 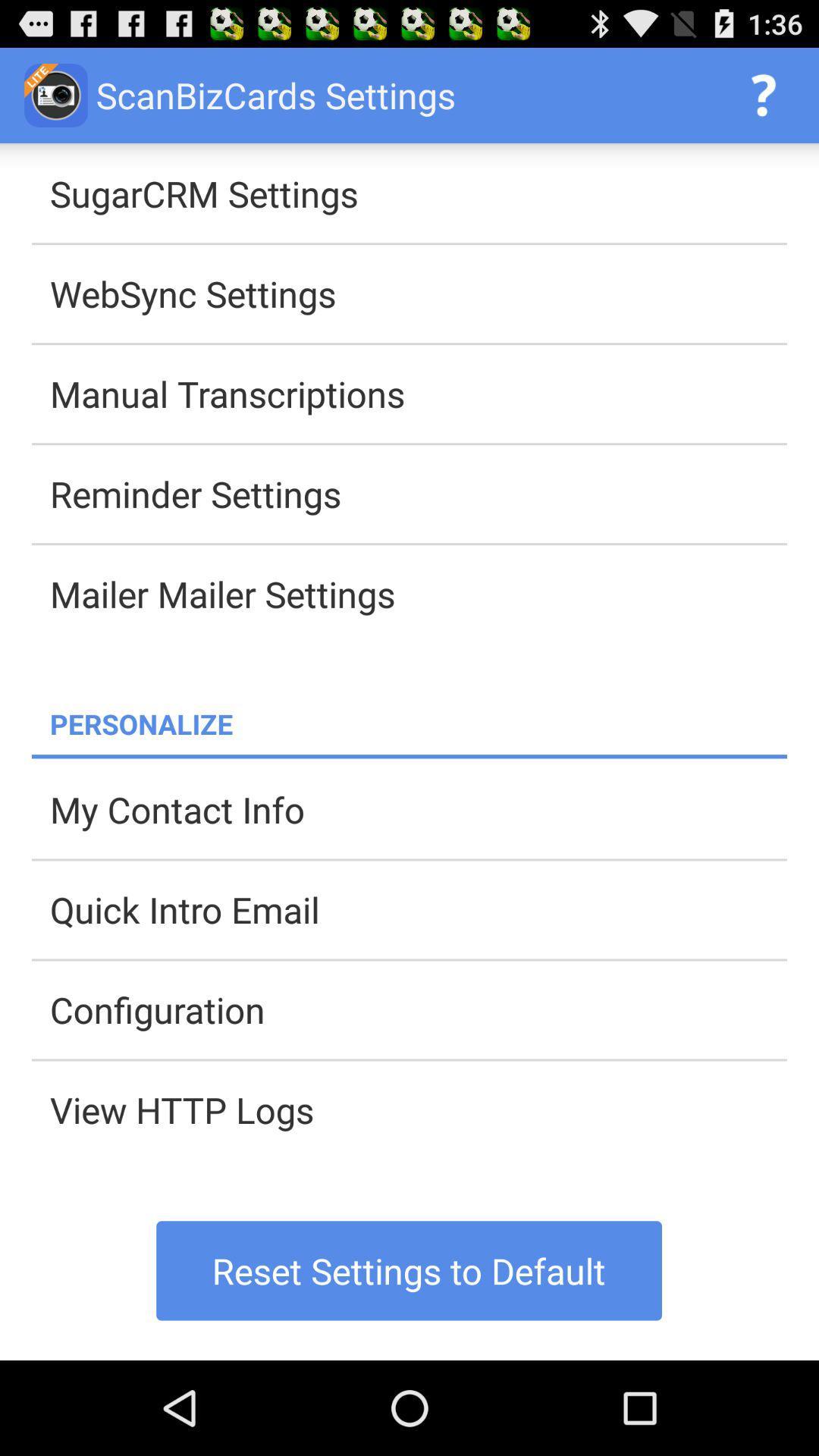 I want to click on the app below the quick intro email, so click(x=418, y=1009).